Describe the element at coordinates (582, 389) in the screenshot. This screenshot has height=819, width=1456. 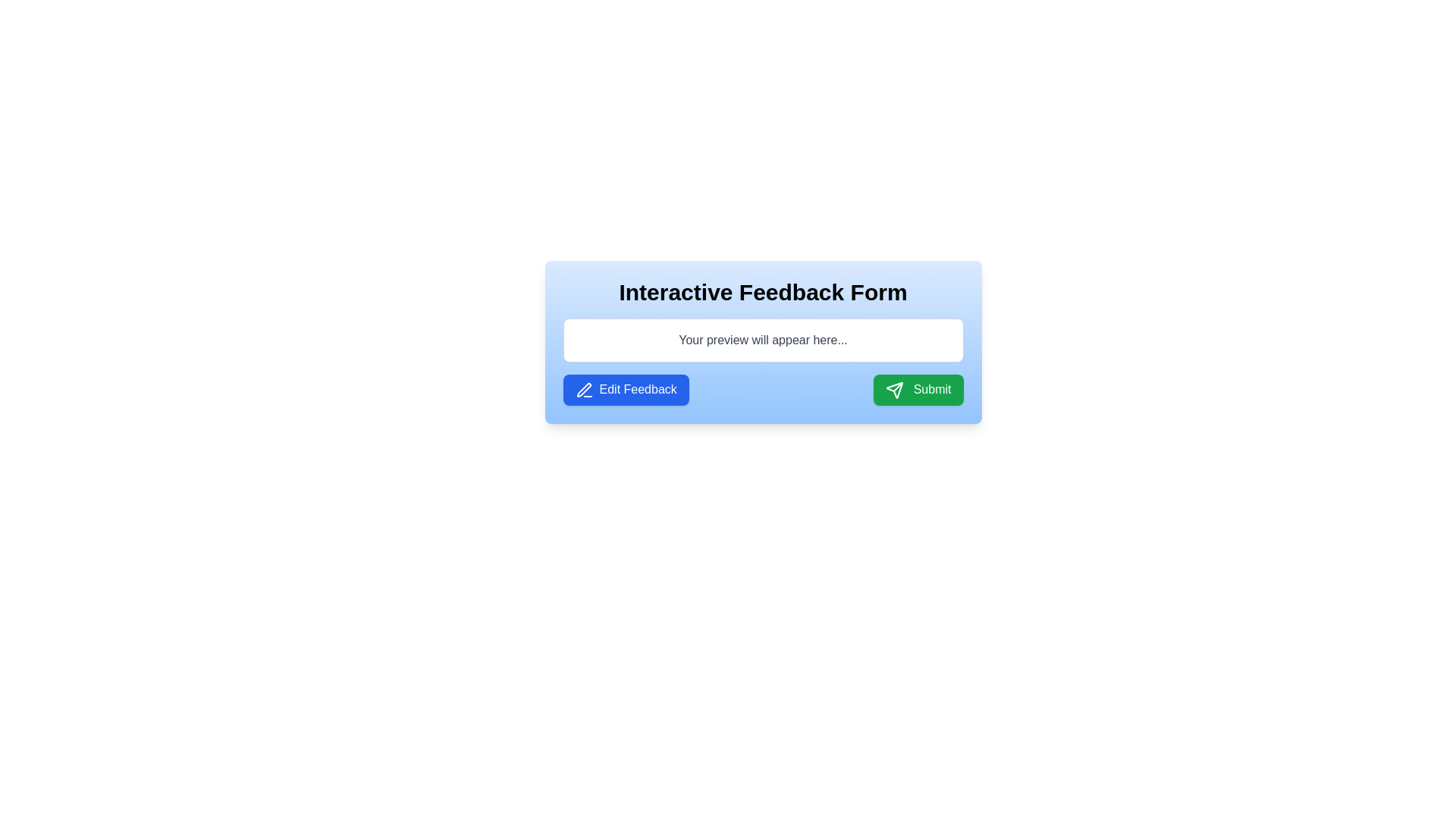
I see `the small pen-like icon used for editing functionality, which is located within the 'Edit Feedback' button` at that location.